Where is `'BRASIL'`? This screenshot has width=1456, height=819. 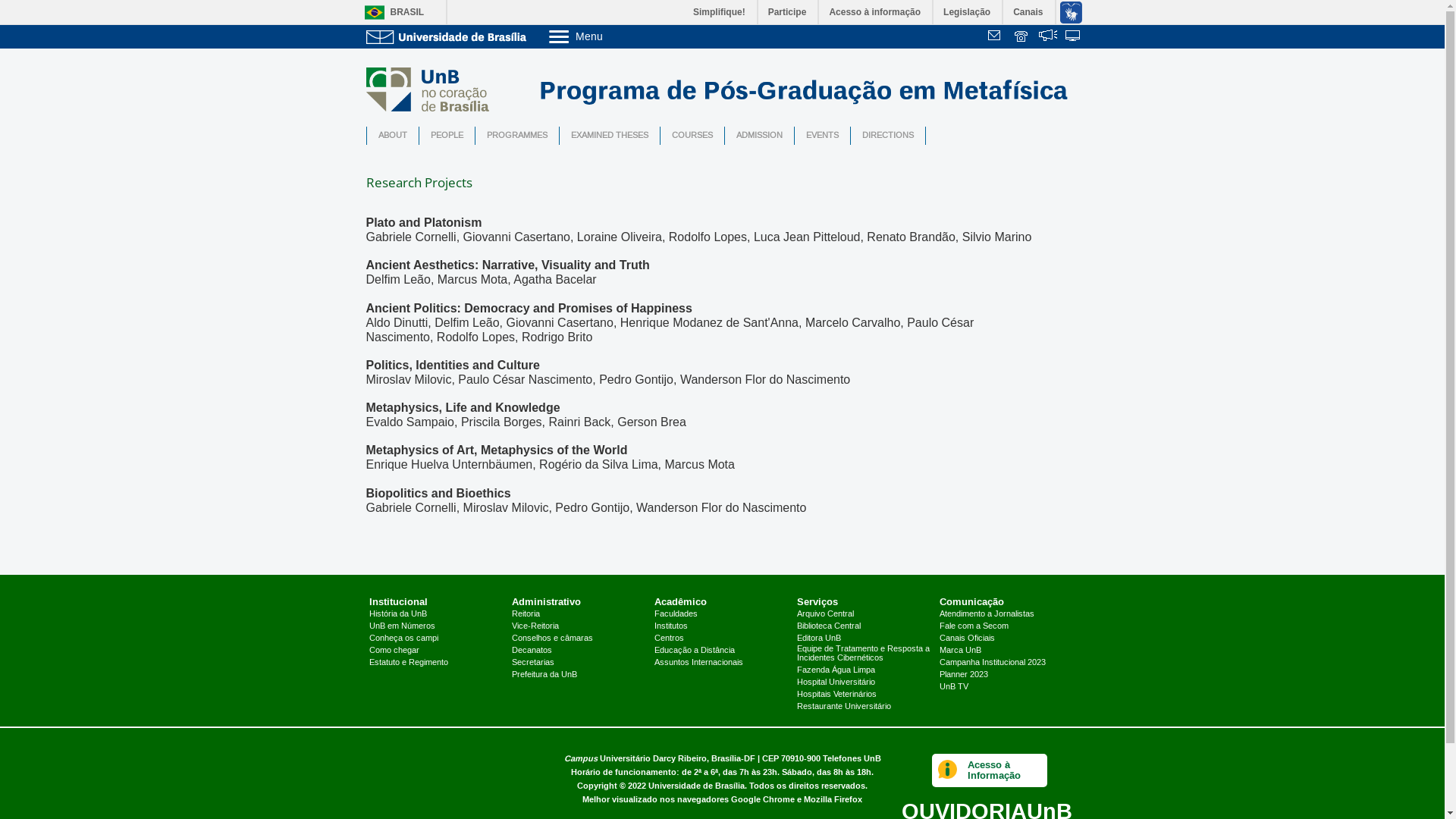
'BRASIL' is located at coordinates (390, 12).